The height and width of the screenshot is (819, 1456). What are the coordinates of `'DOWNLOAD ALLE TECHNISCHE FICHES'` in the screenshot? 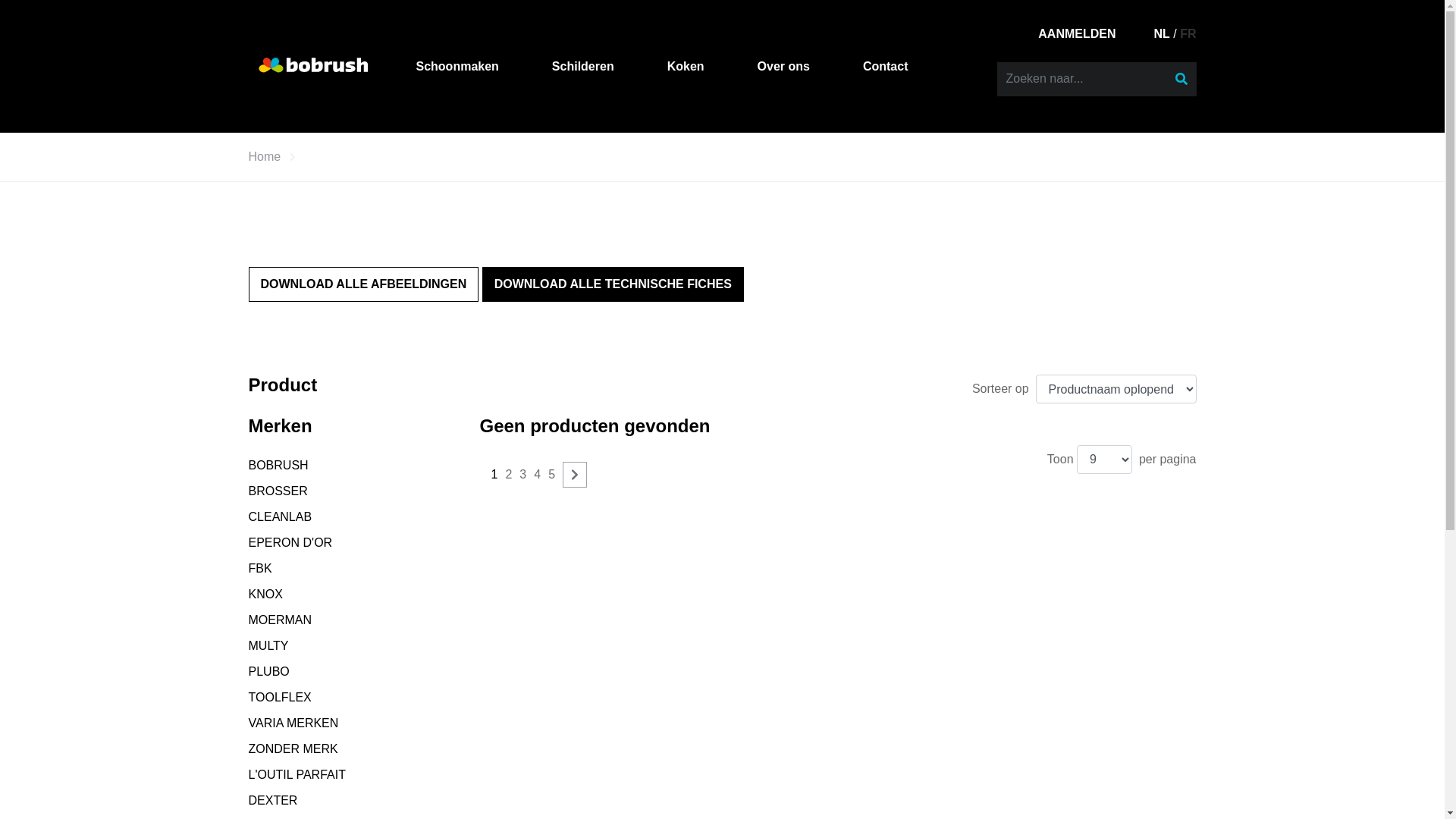 It's located at (613, 284).